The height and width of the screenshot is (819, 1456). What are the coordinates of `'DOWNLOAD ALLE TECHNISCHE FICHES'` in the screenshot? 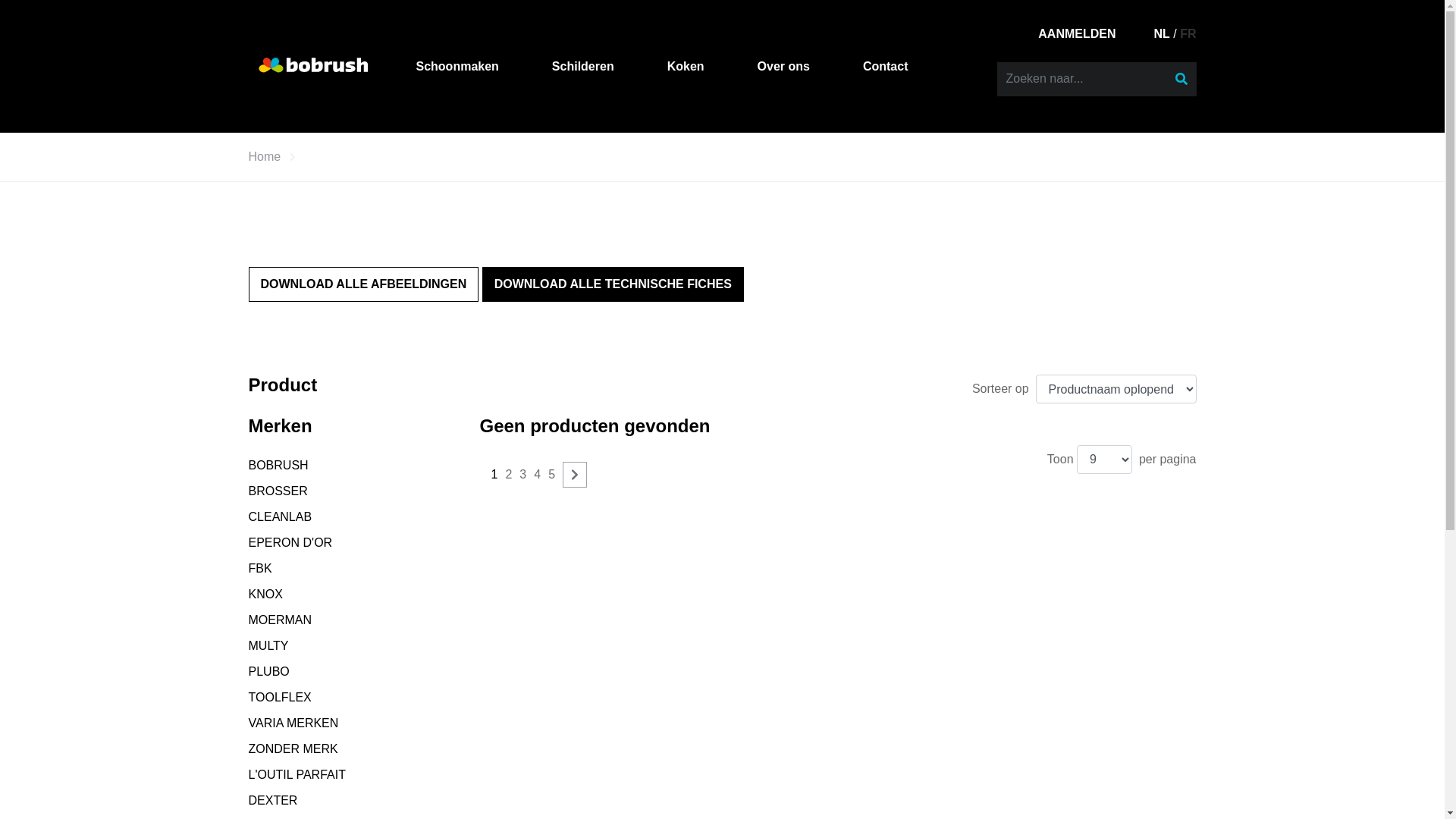 It's located at (613, 284).